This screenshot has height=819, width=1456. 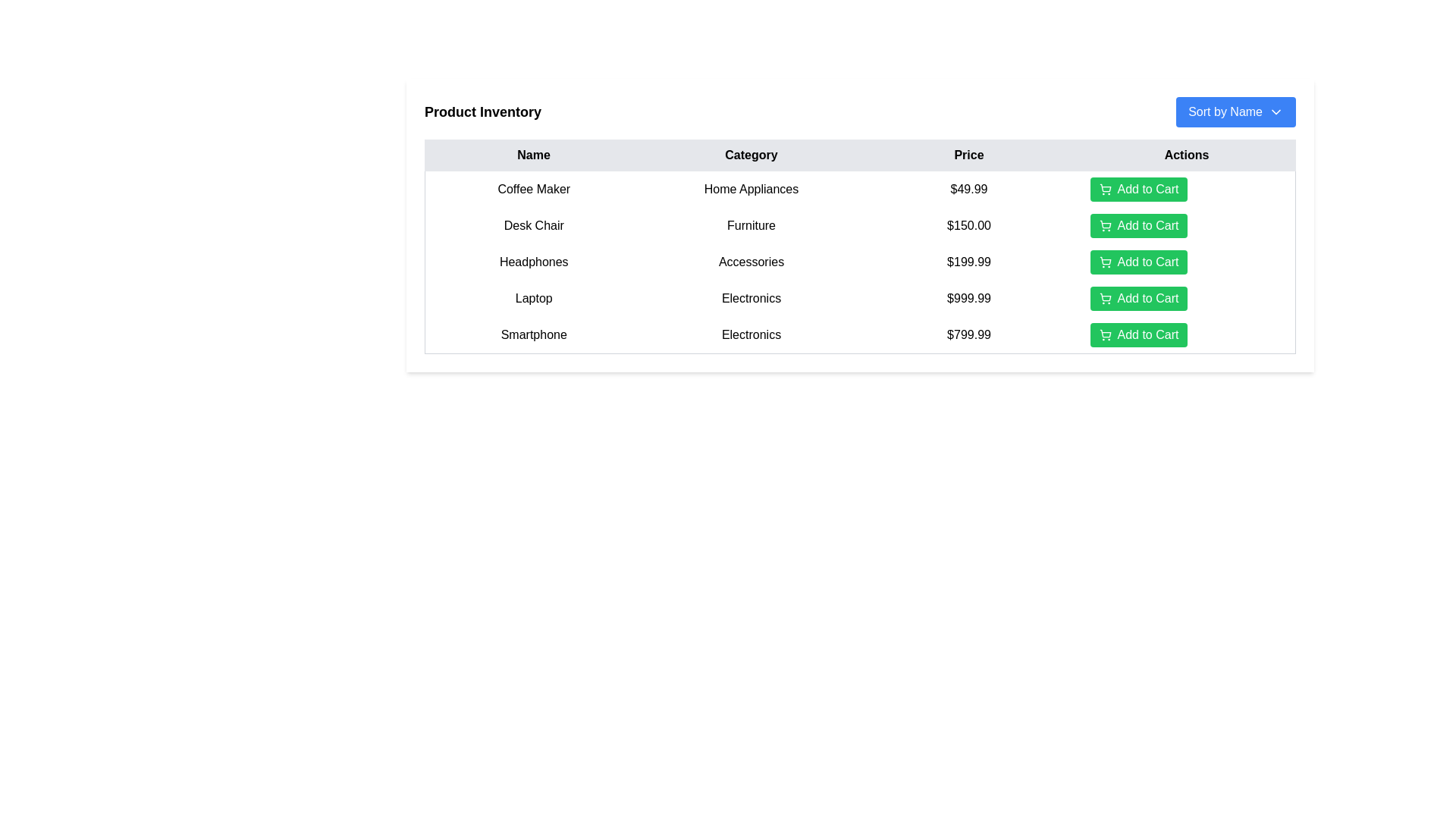 I want to click on the 'Desk Chair' text label, so click(x=534, y=225).